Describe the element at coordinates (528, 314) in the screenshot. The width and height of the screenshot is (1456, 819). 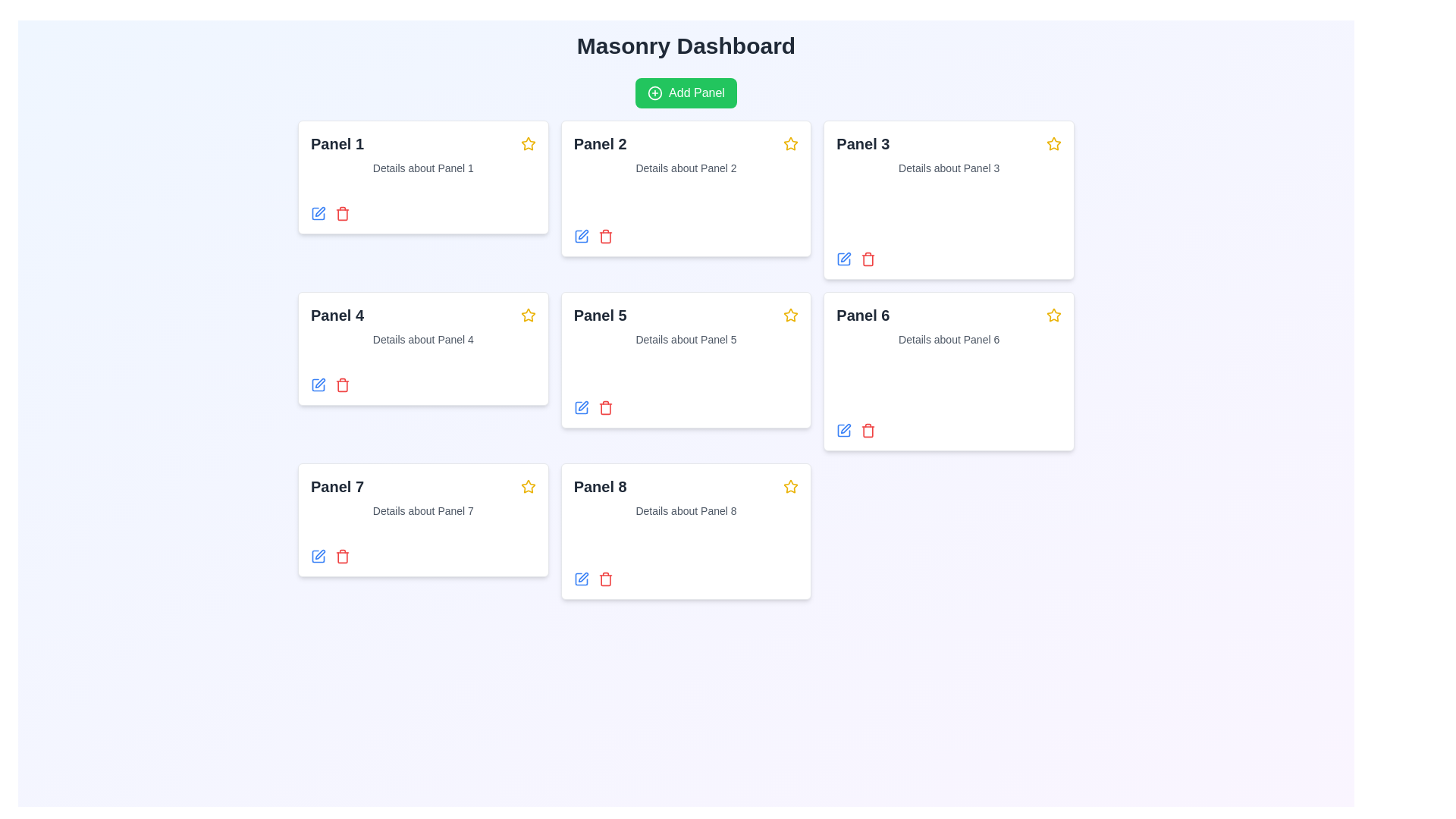
I see `the static star icon with a yellow fill and red marking located in the top-right corner of the white panel labeled 'Panel 5'` at that location.